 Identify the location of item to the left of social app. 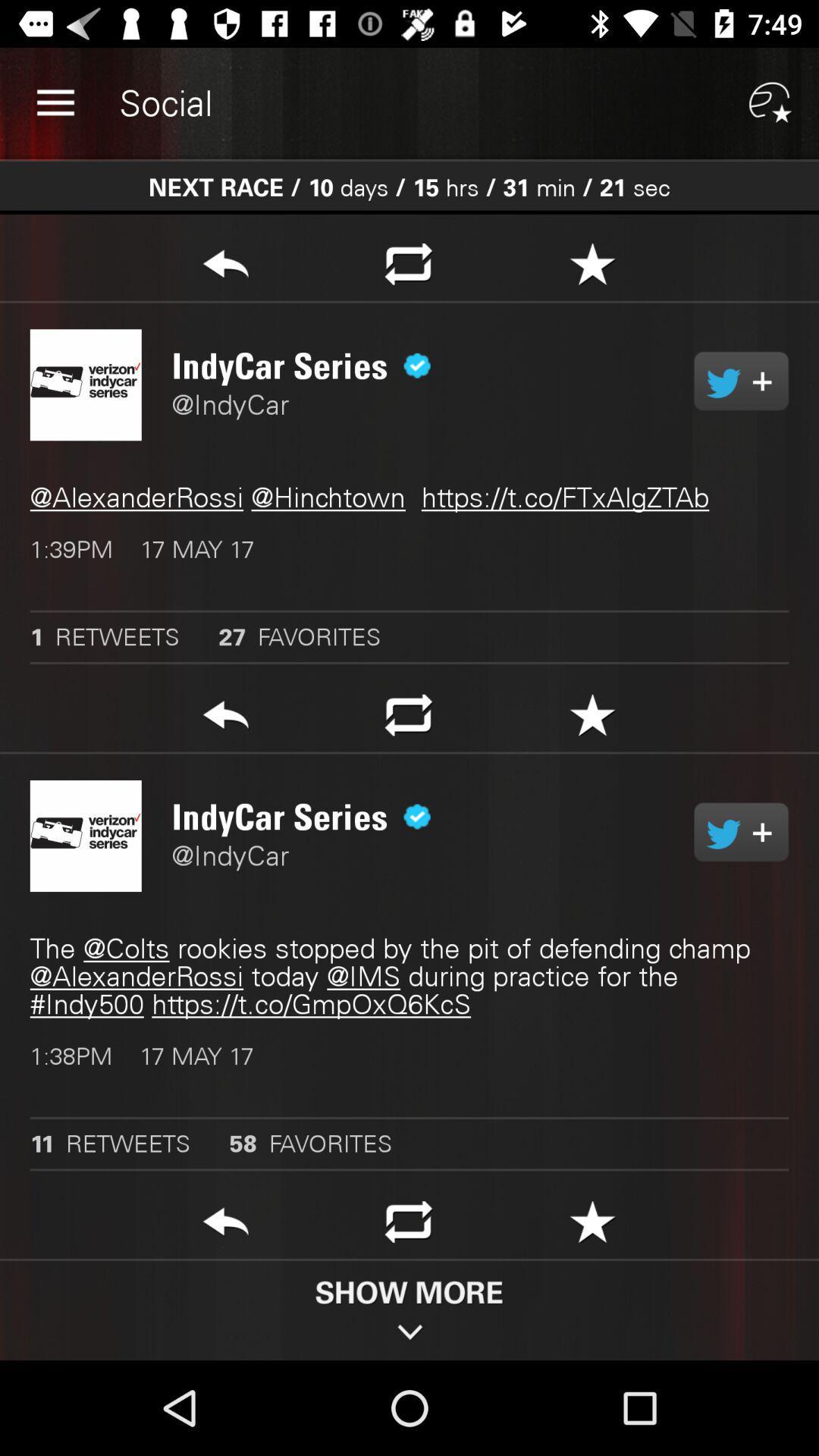
(55, 102).